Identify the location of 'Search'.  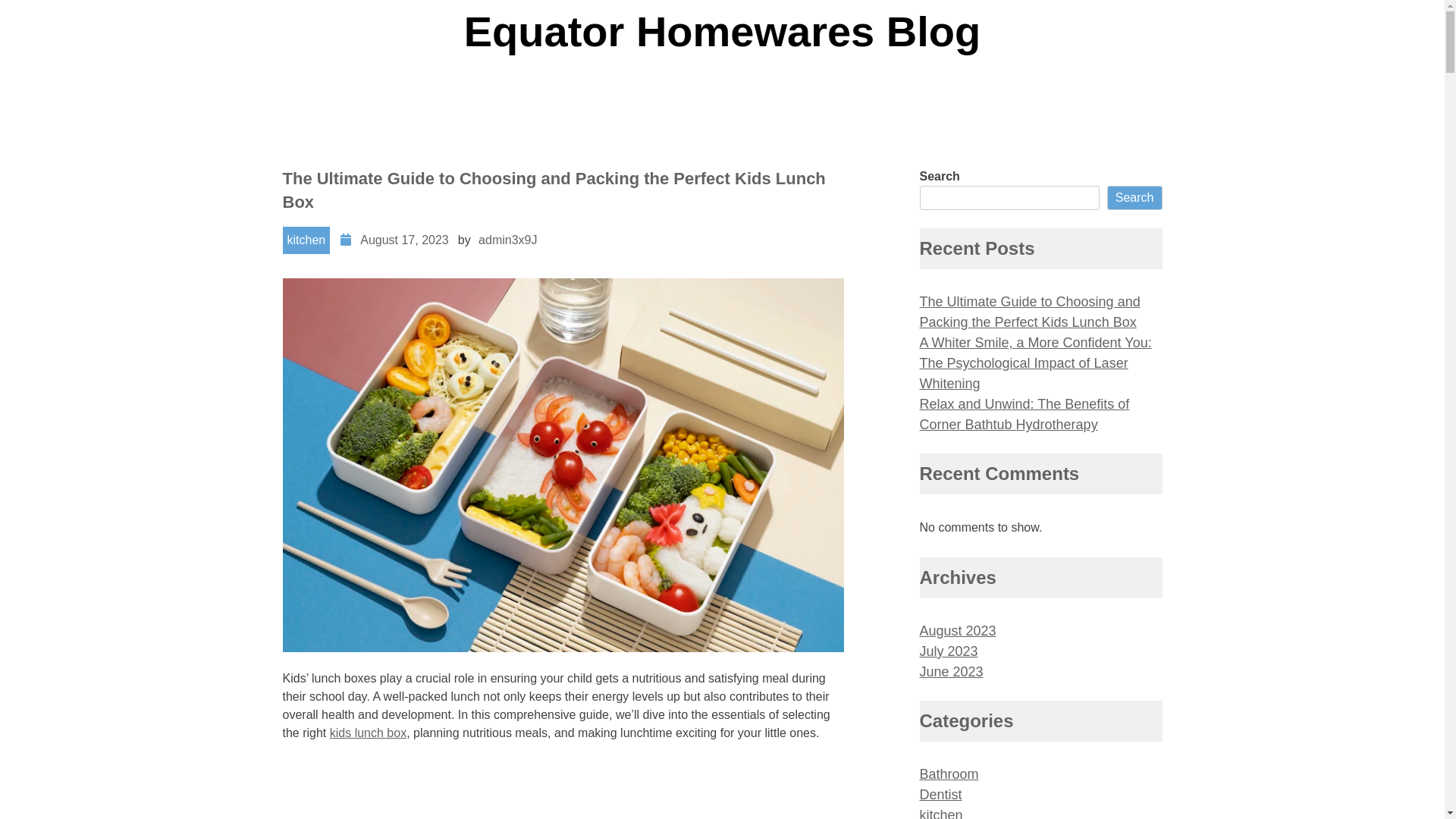
(1134, 197).